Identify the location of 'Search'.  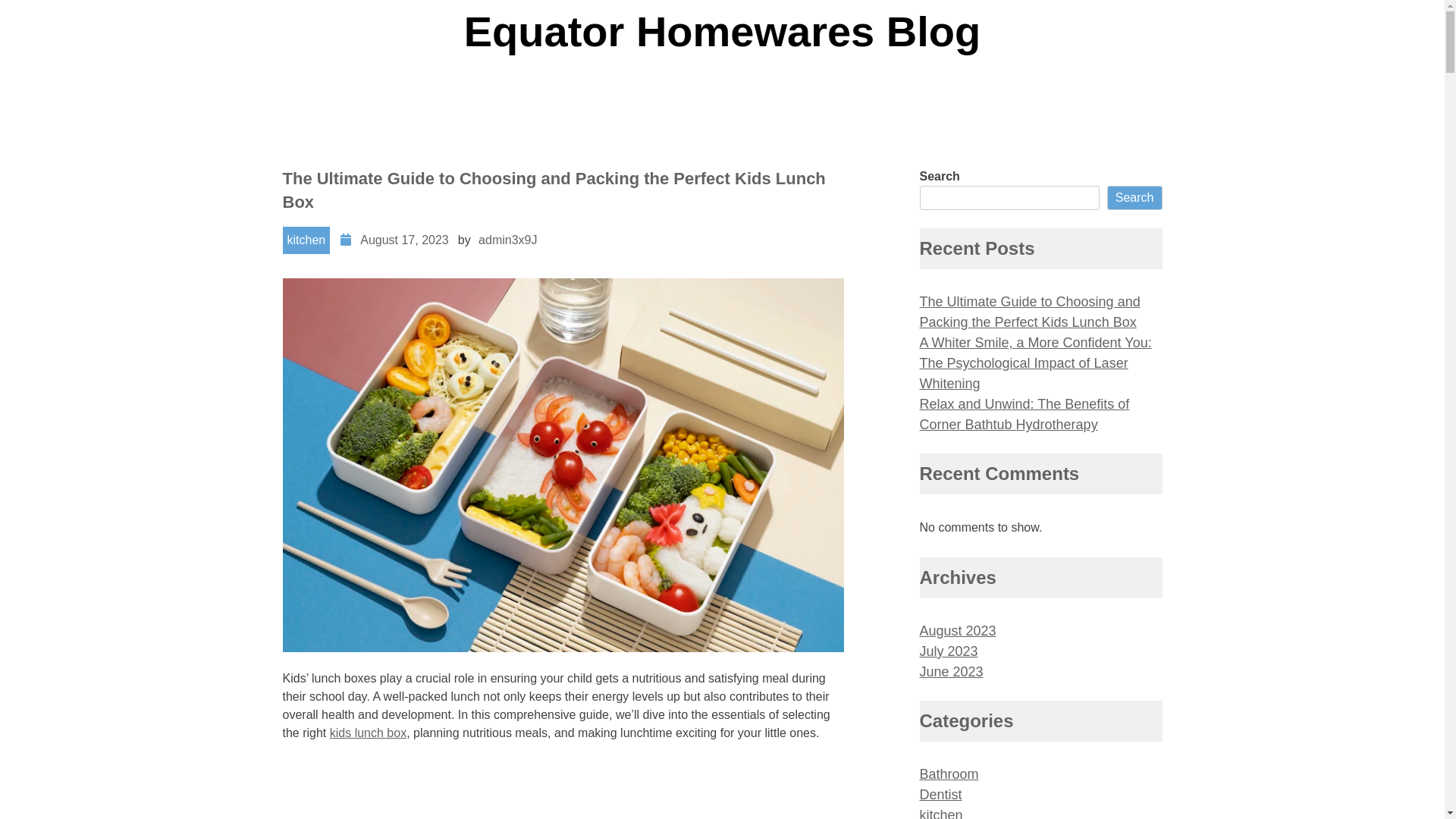
(1134, 197).